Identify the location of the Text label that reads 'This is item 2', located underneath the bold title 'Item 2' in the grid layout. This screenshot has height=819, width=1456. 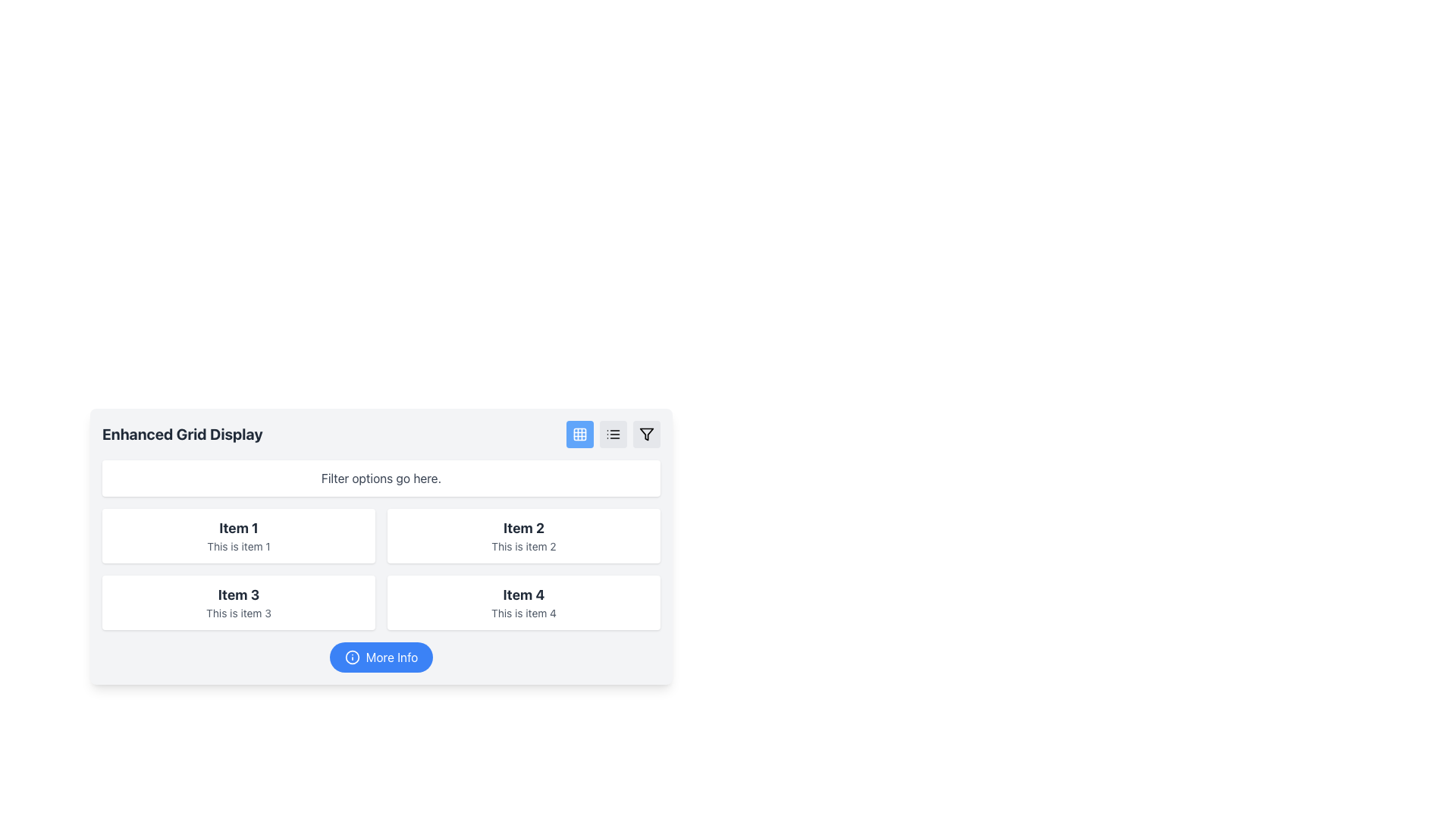
(524, 547).